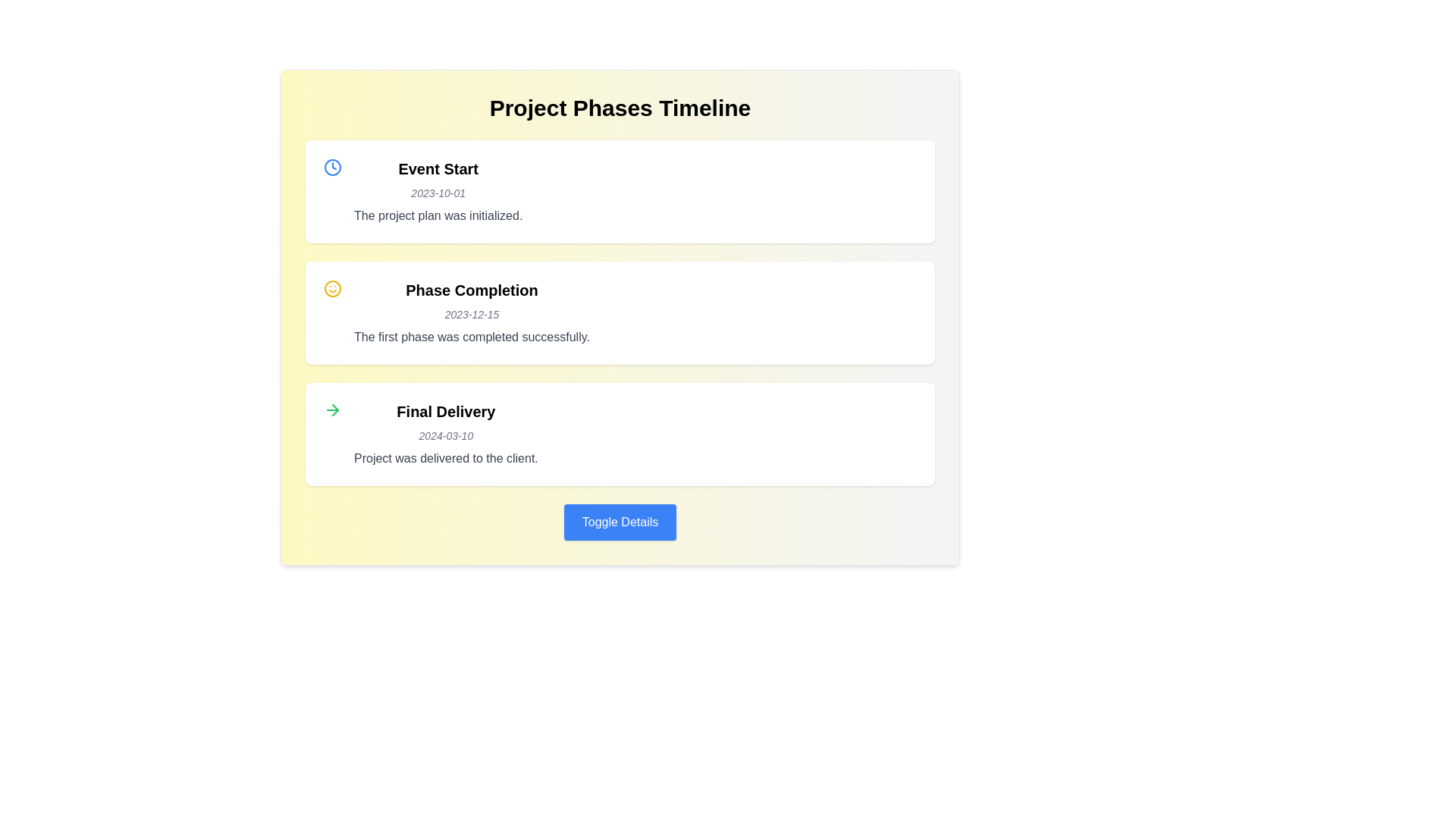 This screenshot has width=1456, height=819. Describe the element at coordinates (331, 167) in the screenshot. I see `the small circular clock icon with a blue outline located to the left of the 'Event Start' text in the timeline UI` at that location.